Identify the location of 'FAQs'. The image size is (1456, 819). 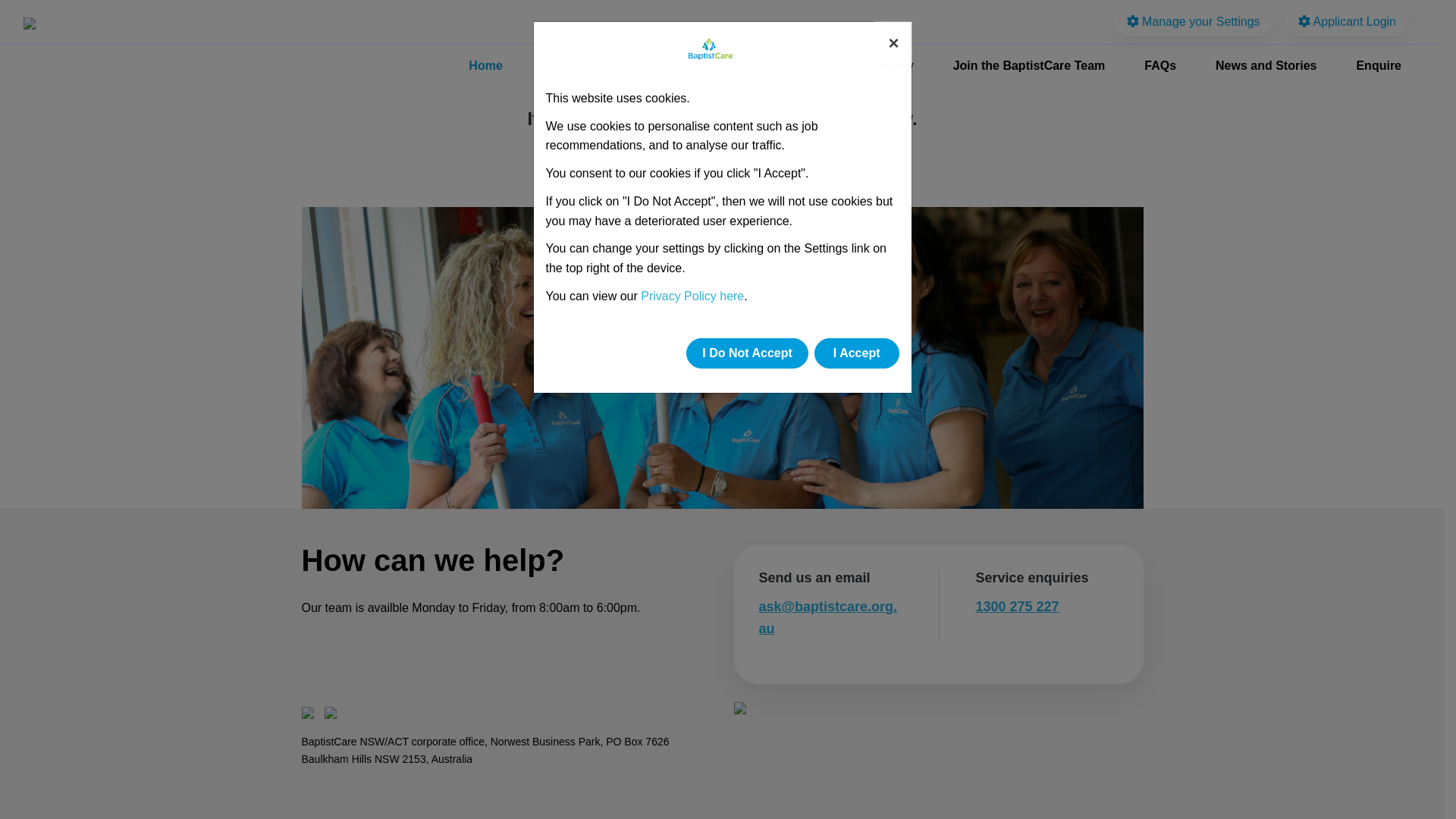
(1159, 65).